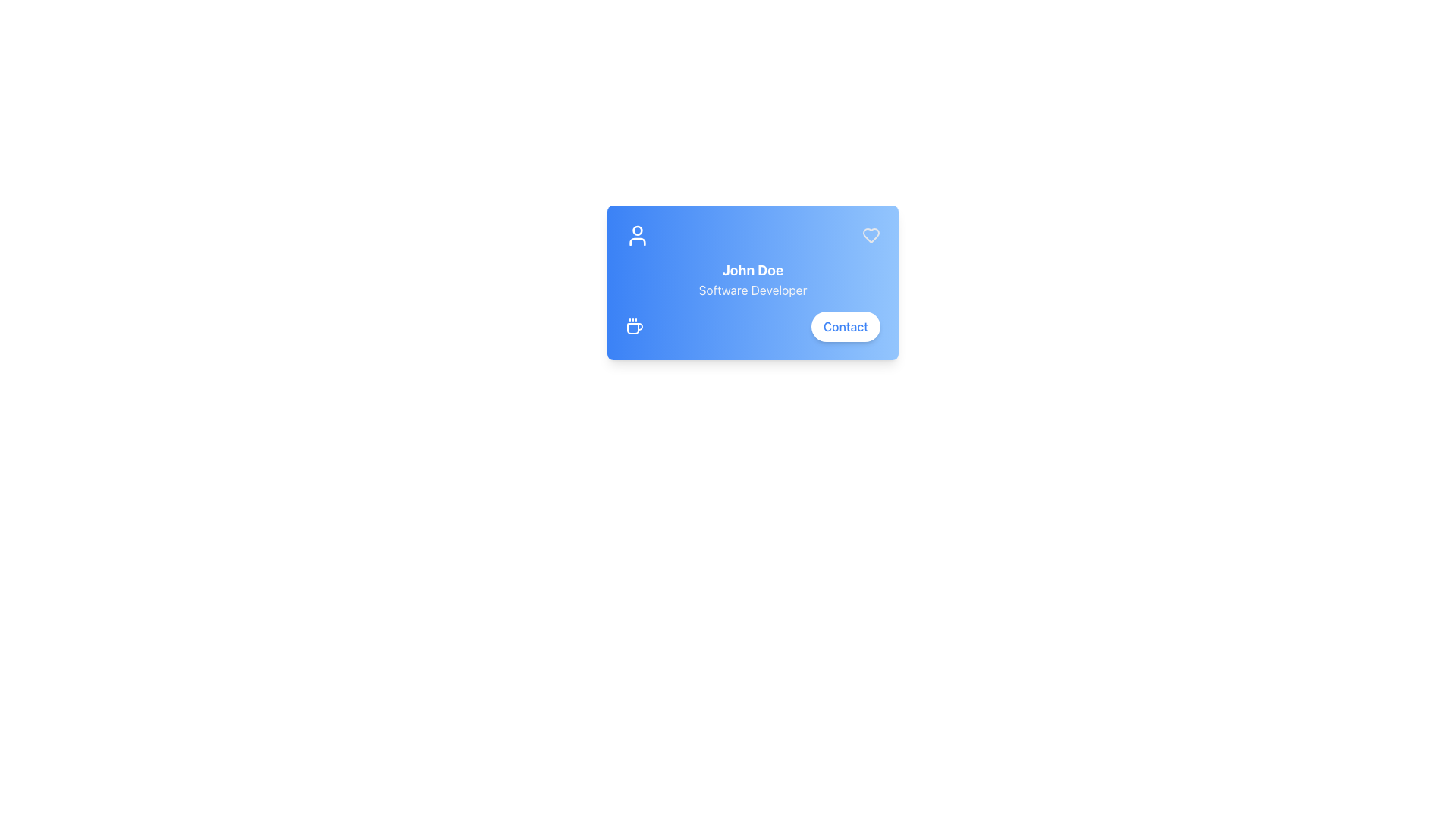  Describe the element at coordinates (634, 326) in the screenshot. I see `the coffee cup icon with steam lines, which is styled with a white outline against a blue background, located within the blue panel below the user icon` at that location.